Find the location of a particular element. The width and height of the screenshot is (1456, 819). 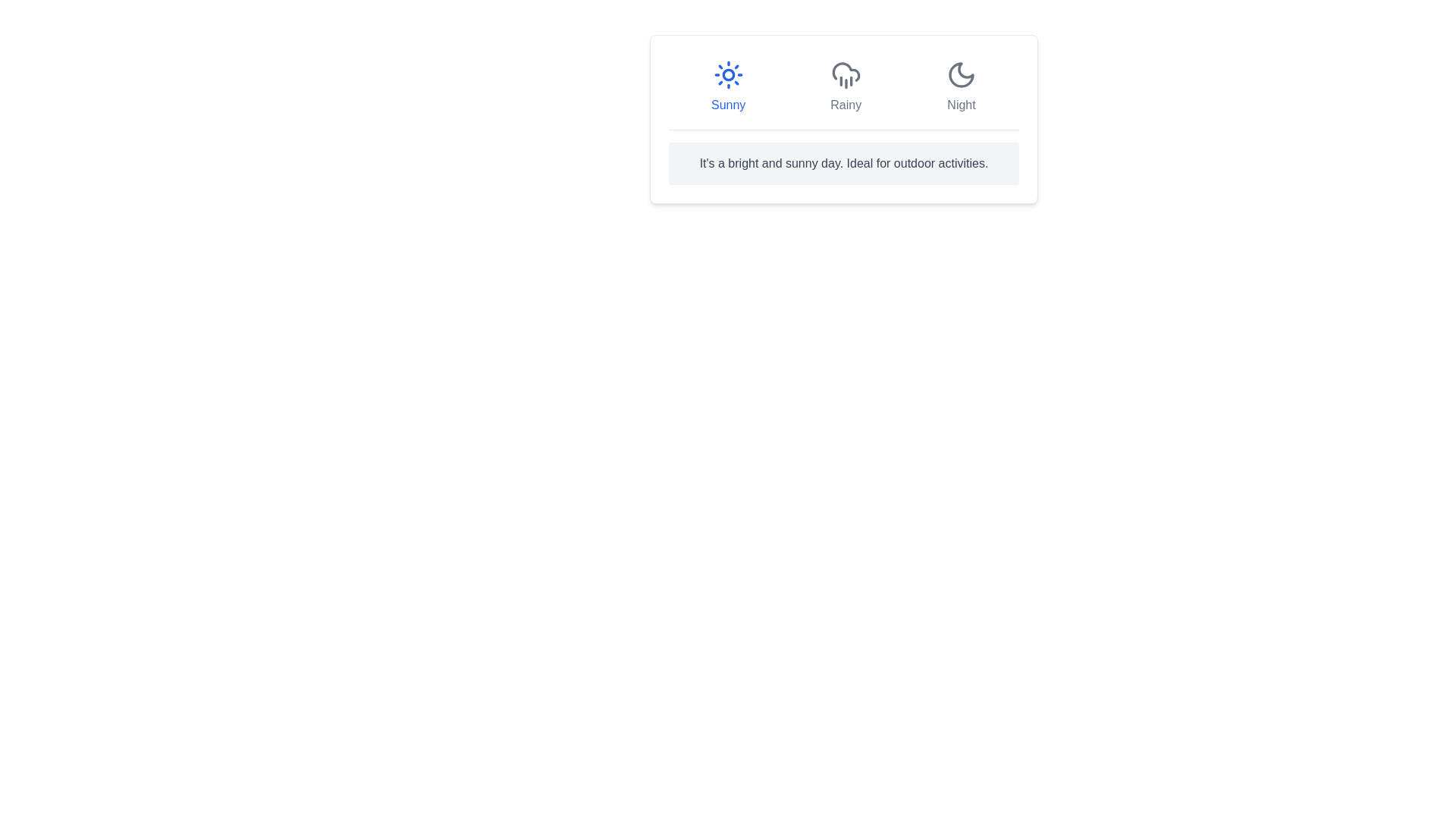

the Rainy tab is located at coordinates (844, 87).